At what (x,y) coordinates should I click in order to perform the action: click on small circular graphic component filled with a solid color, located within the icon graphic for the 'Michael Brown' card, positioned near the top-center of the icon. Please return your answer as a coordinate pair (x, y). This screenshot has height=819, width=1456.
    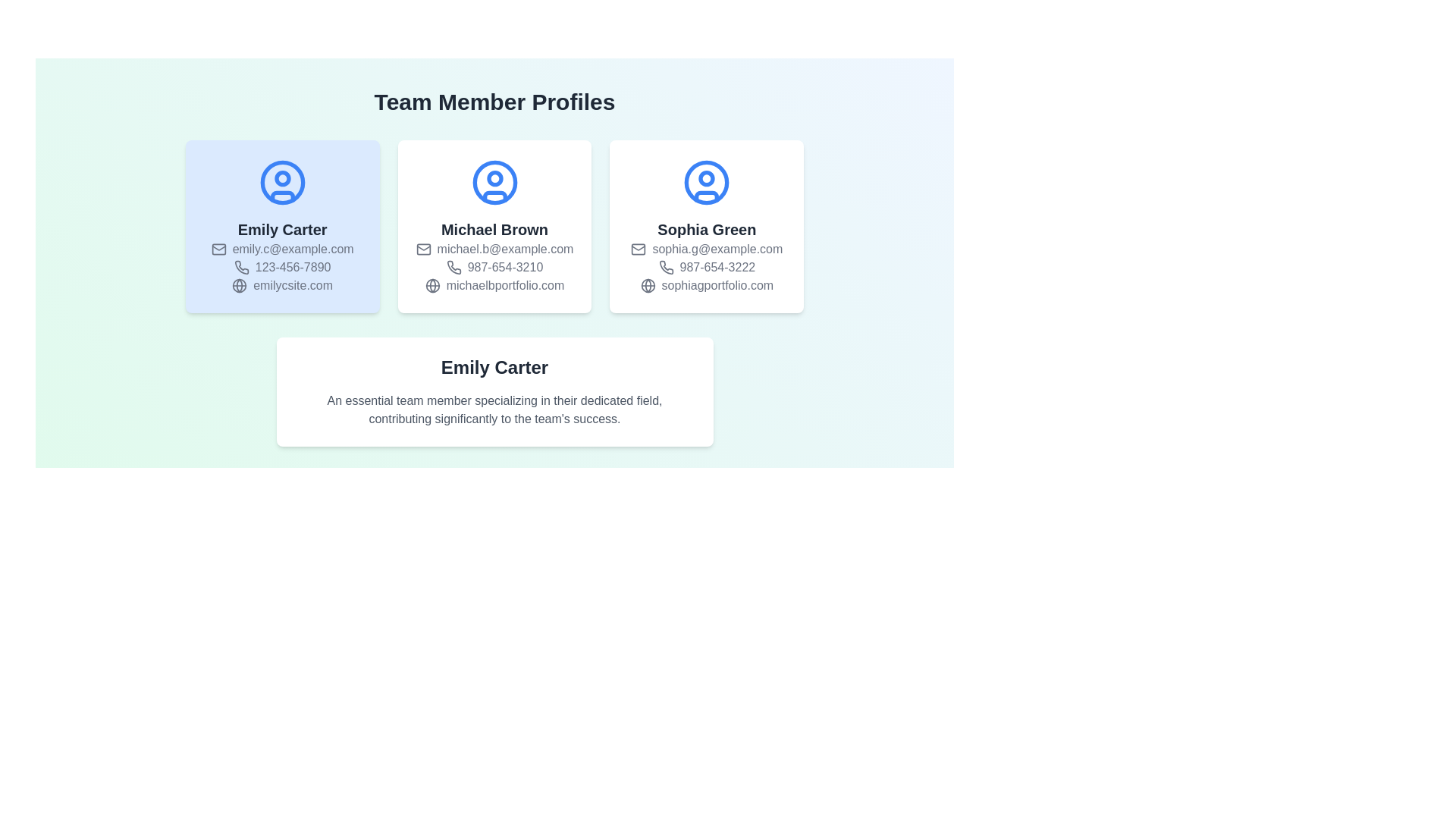
    Looking at the image, I should click on (494, 177).